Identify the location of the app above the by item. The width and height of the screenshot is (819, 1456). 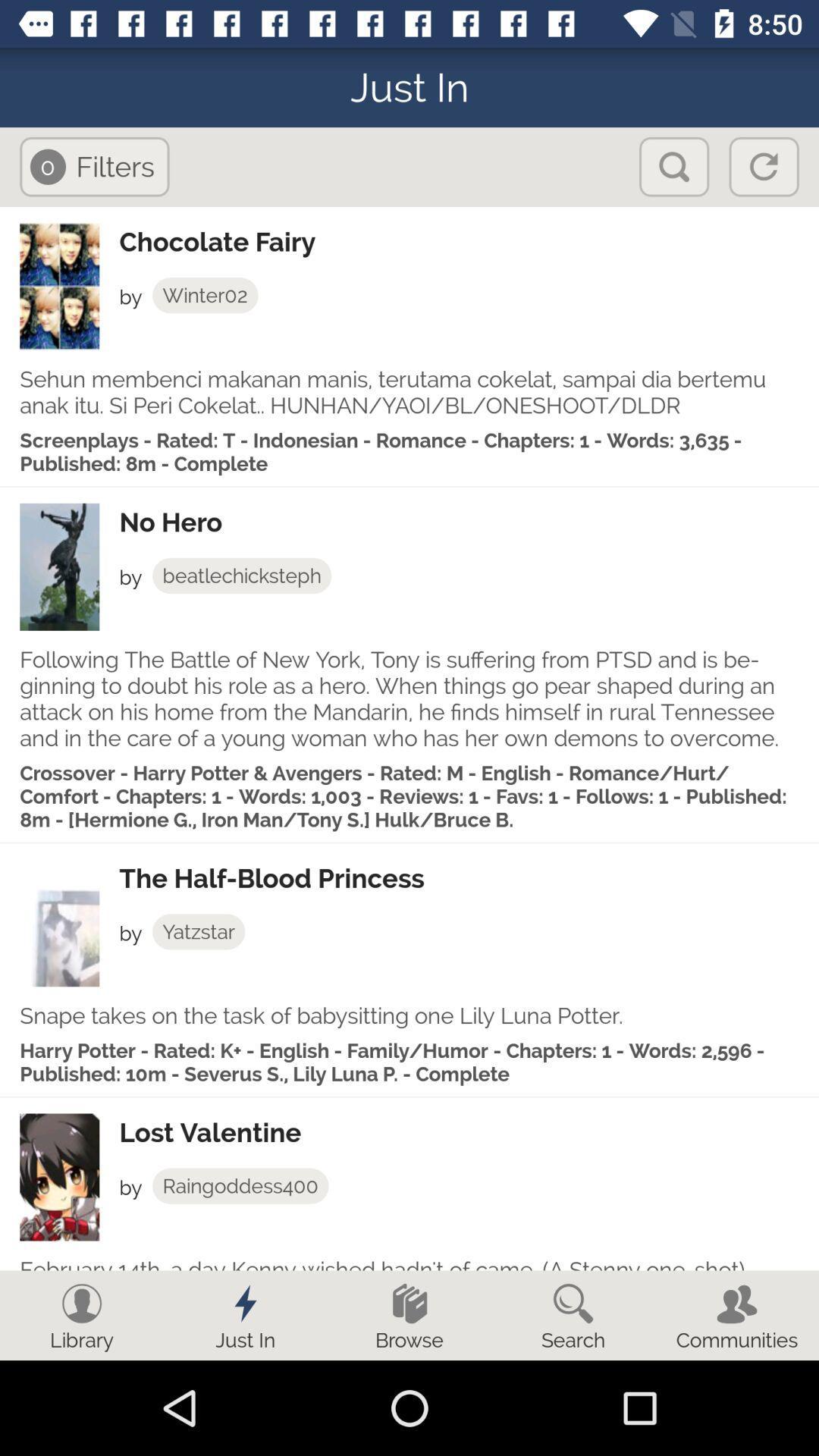
(468, 522).